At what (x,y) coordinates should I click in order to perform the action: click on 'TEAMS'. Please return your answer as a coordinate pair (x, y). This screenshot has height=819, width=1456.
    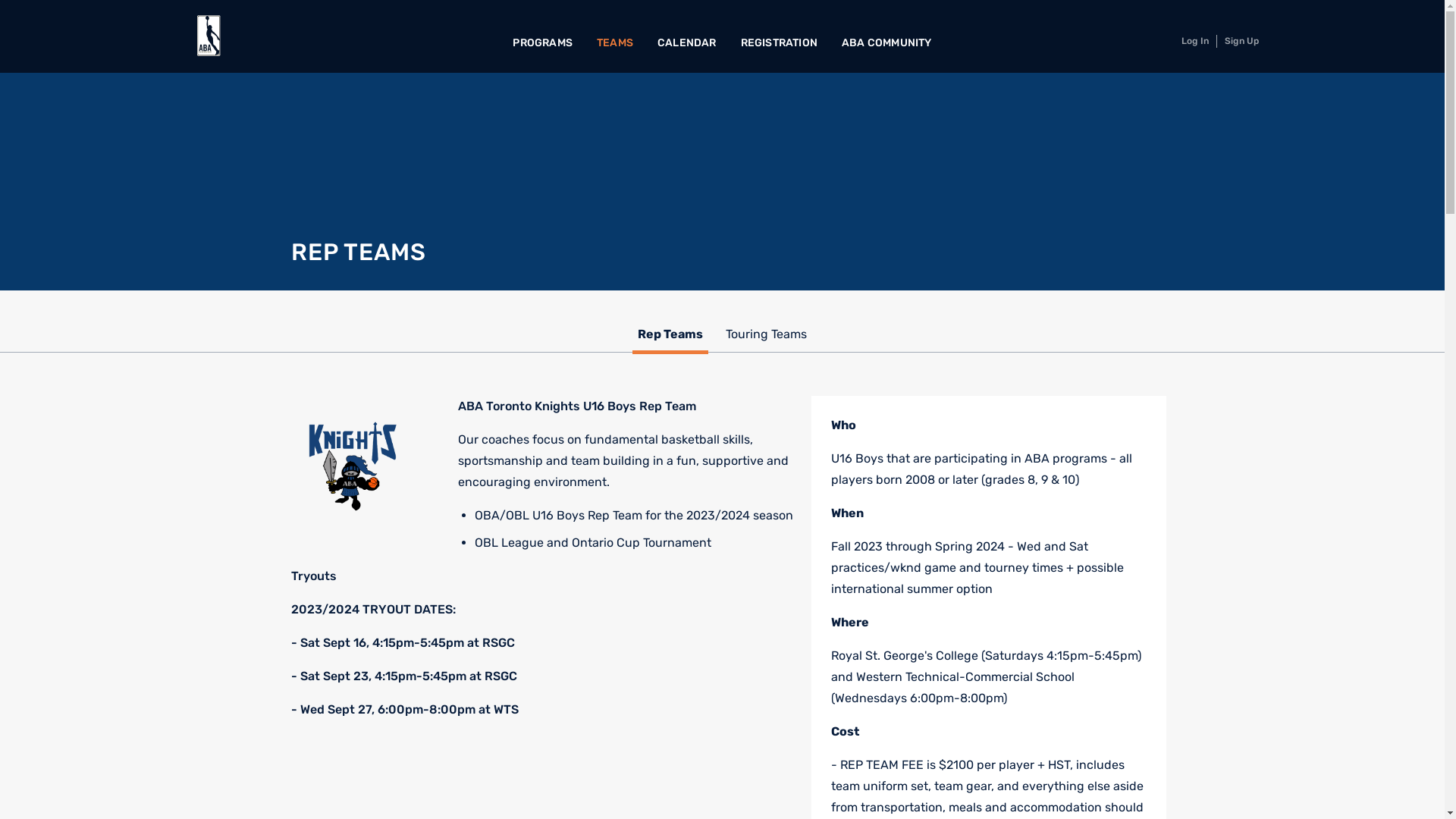
    Looking at the image, I should click on (615, 42).